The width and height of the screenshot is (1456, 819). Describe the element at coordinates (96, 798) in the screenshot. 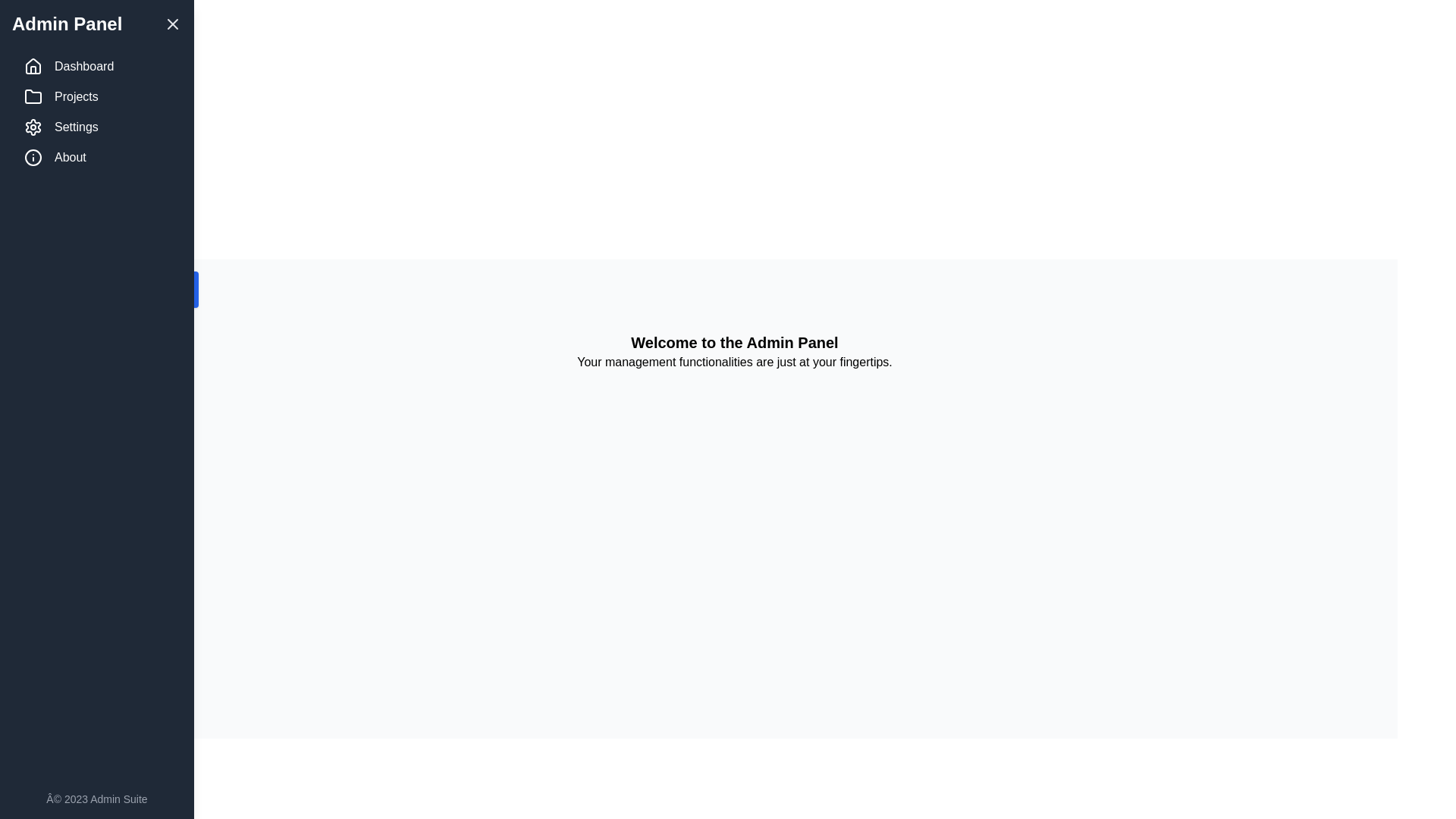

I see `the informational Text Label located at the bottom of the left sidebar, which provides copyright notice or branding information` at that location.